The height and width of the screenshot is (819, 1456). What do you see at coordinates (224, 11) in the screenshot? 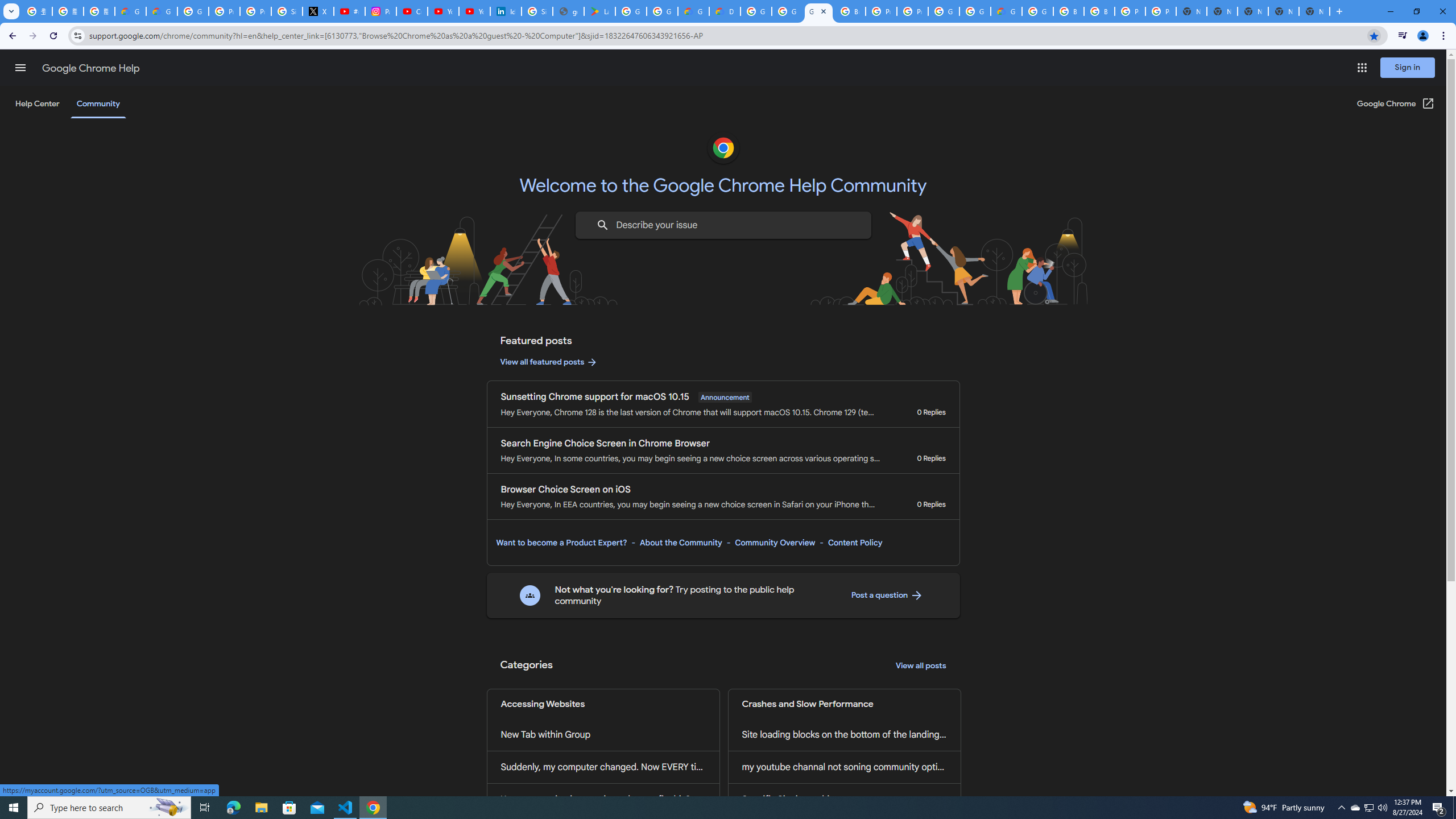
I see `'Privacy Help Center - Policies Help'` at bounding box center [224, 11].